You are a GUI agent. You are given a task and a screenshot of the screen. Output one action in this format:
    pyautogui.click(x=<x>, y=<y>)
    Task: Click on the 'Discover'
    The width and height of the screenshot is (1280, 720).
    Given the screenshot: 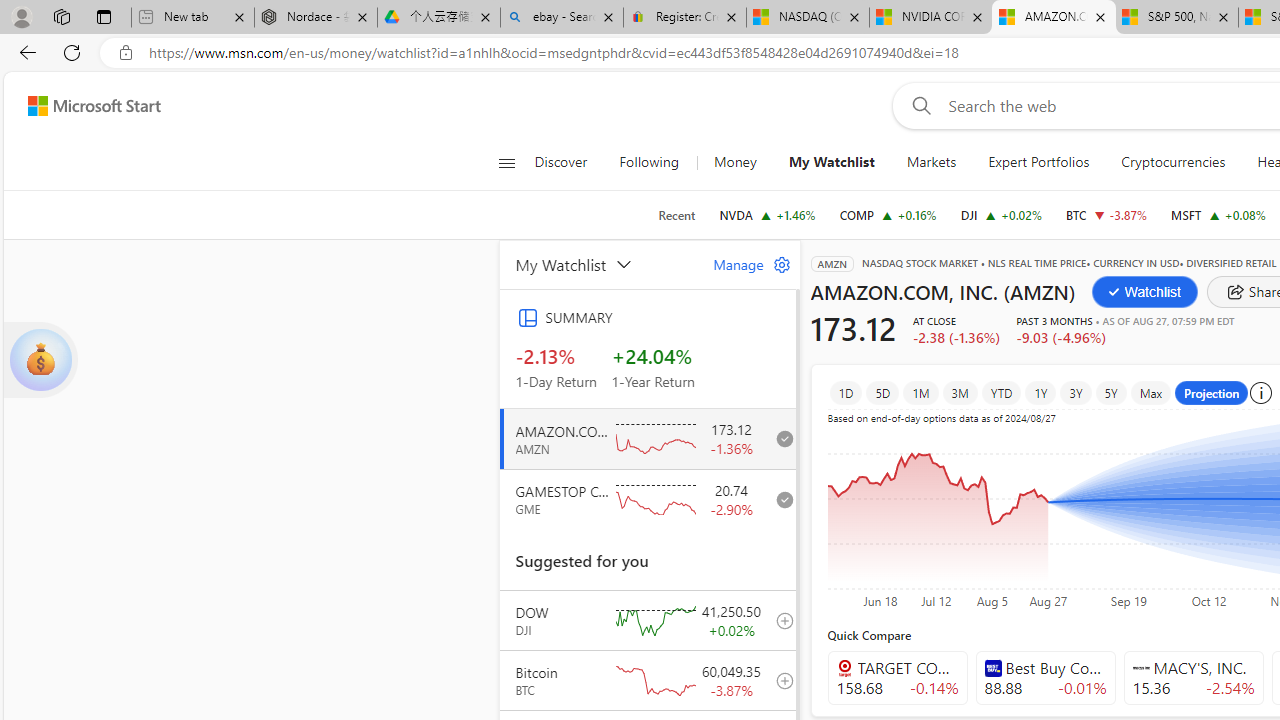 What is the action you would take?
    pyautogui.click(x=560, y=162)
    